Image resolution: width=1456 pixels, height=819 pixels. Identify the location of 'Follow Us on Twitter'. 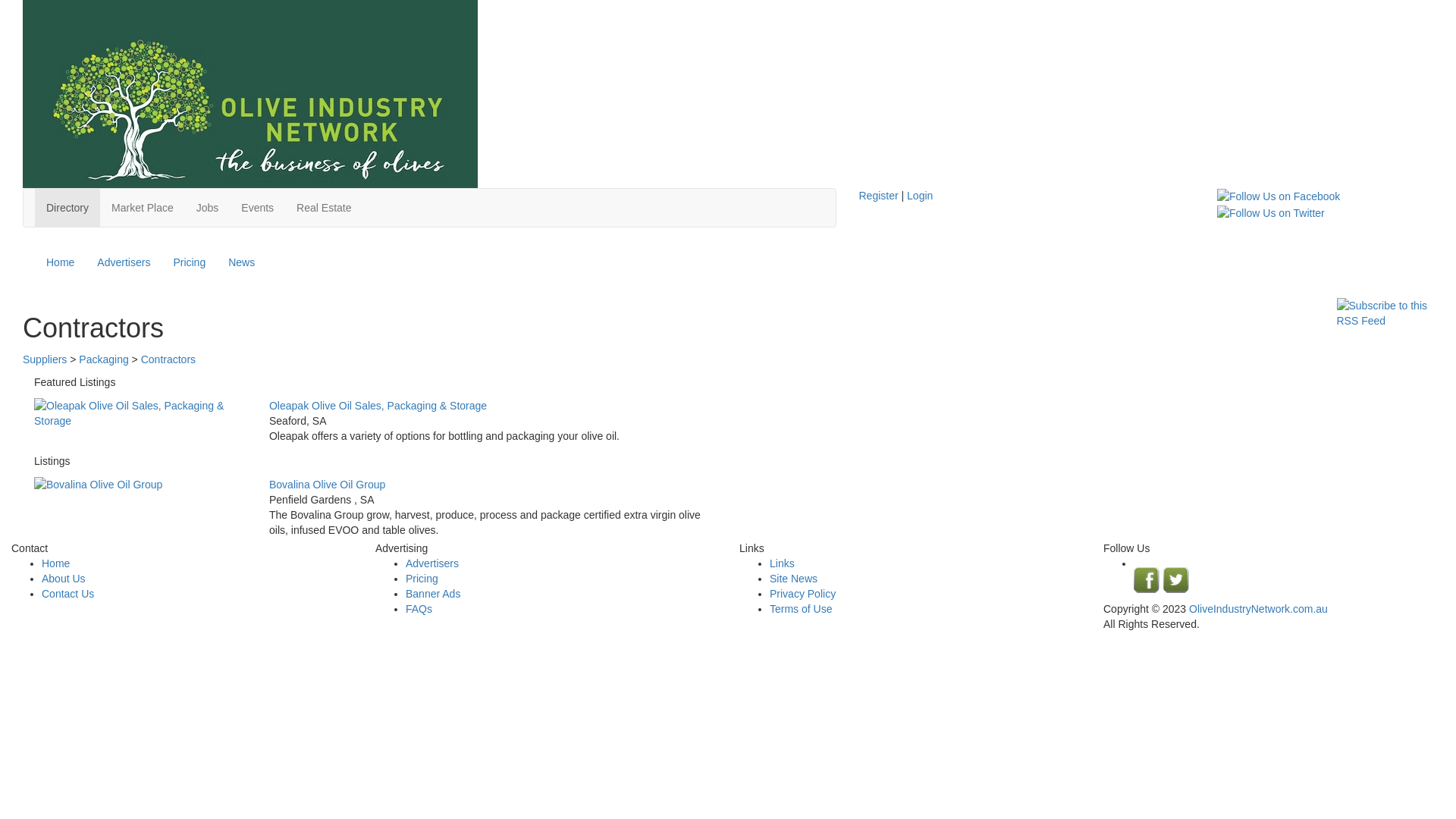
(1270, 213).